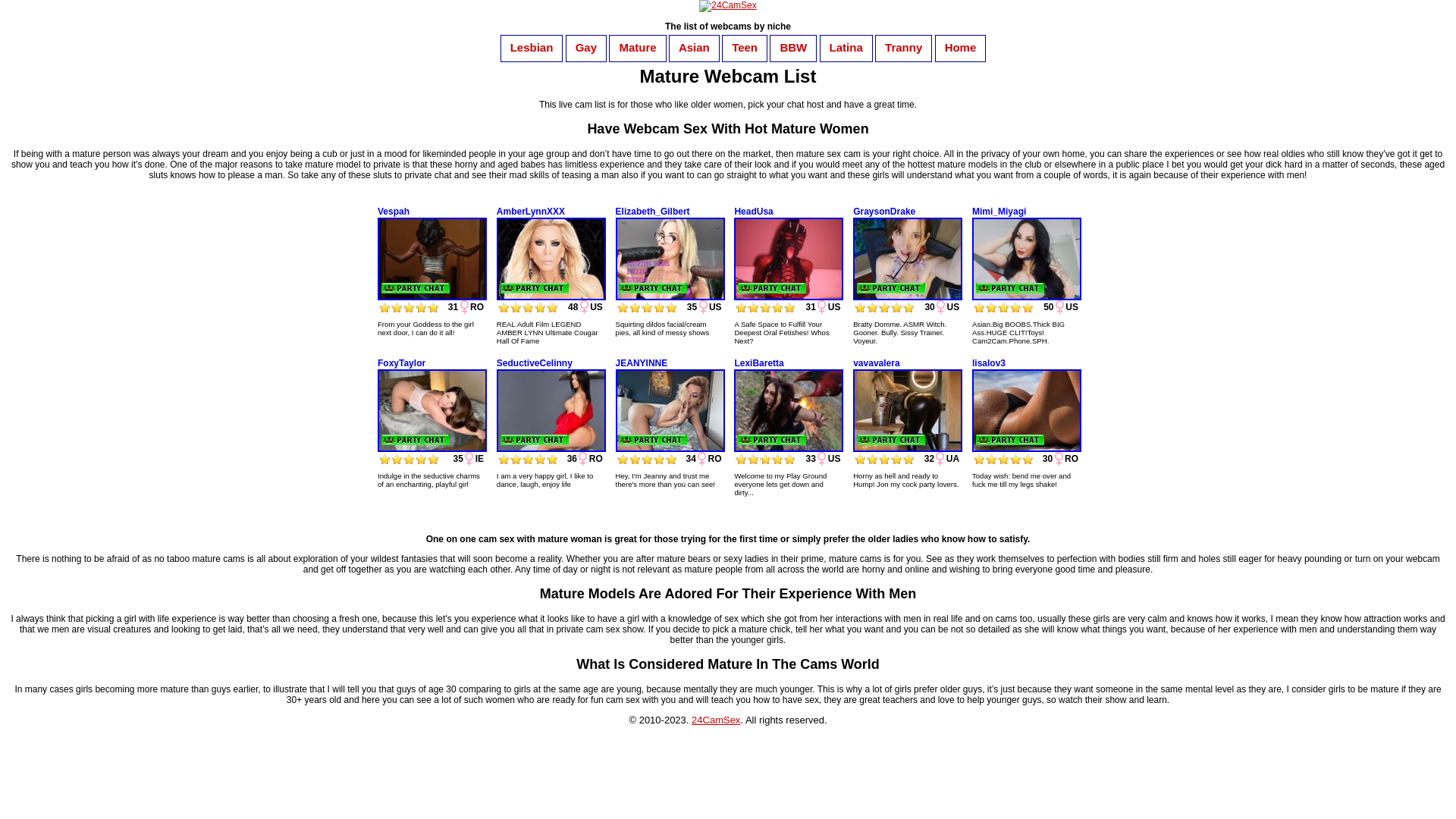 The width and height of the screenshot is (1456, 819). Describe the element at coordinates (715, 719) in the screenshot. I see `'24CamSex'` at that location.